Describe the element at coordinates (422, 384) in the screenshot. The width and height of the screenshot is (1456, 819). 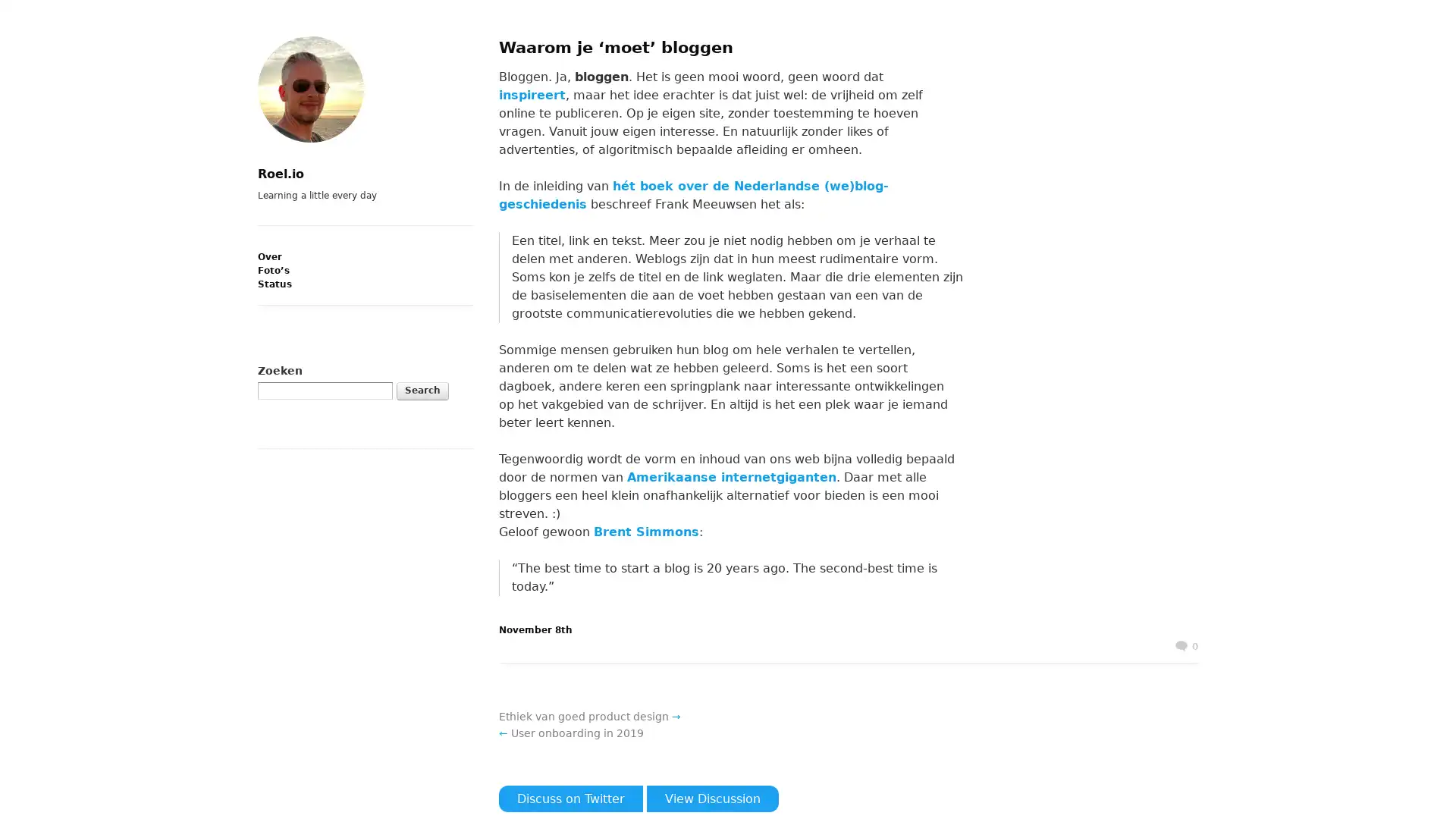
I see `Search` at that location.